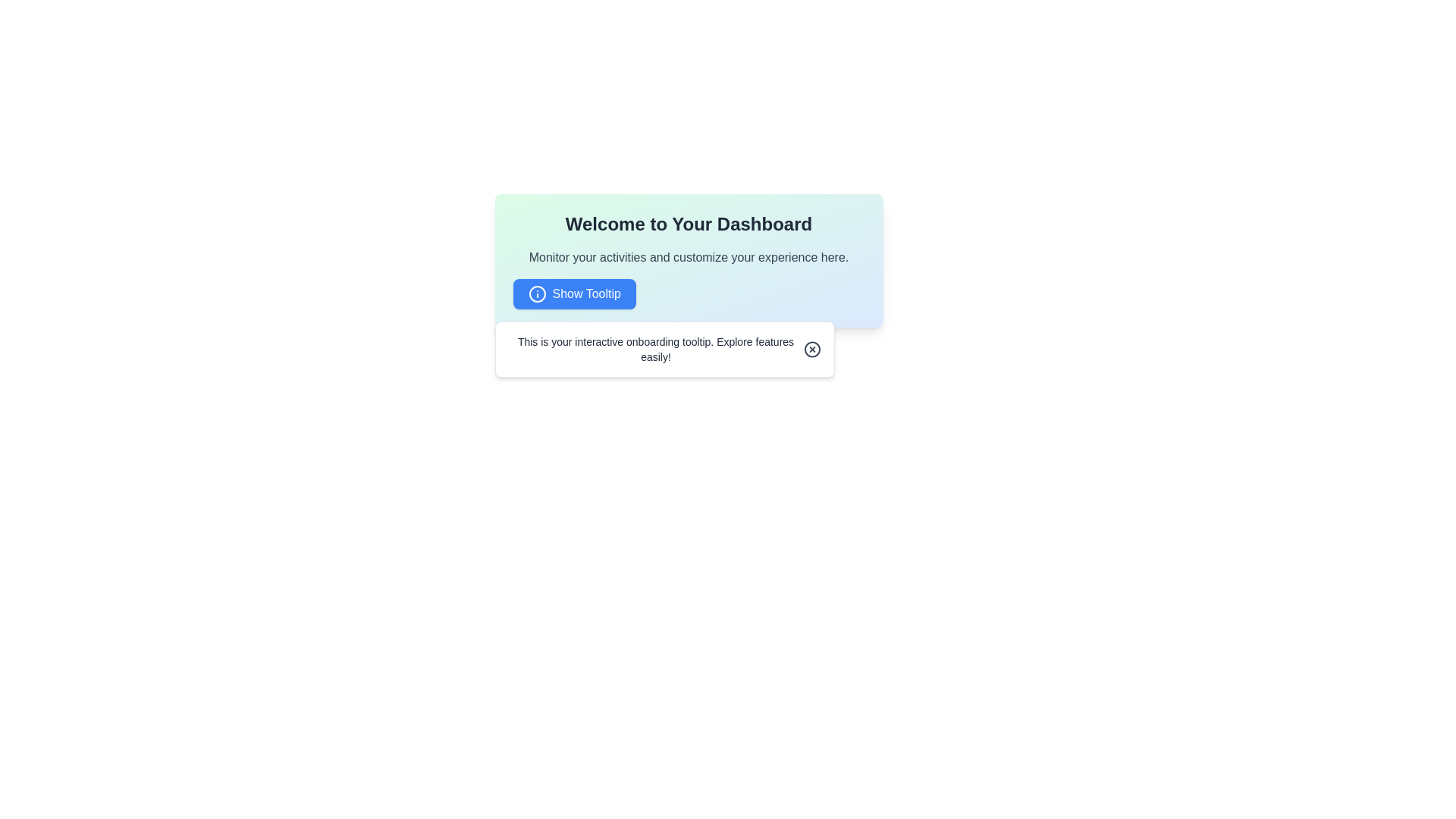  Describe the element at coordinates (688, 259) in the screenshot. I see `the centrally positioned Text Block with Explanation that provides context and instructions for the user, located above the secondary tooltip box and below the main heading 'Welcome to Your Dashboard'` at that location.